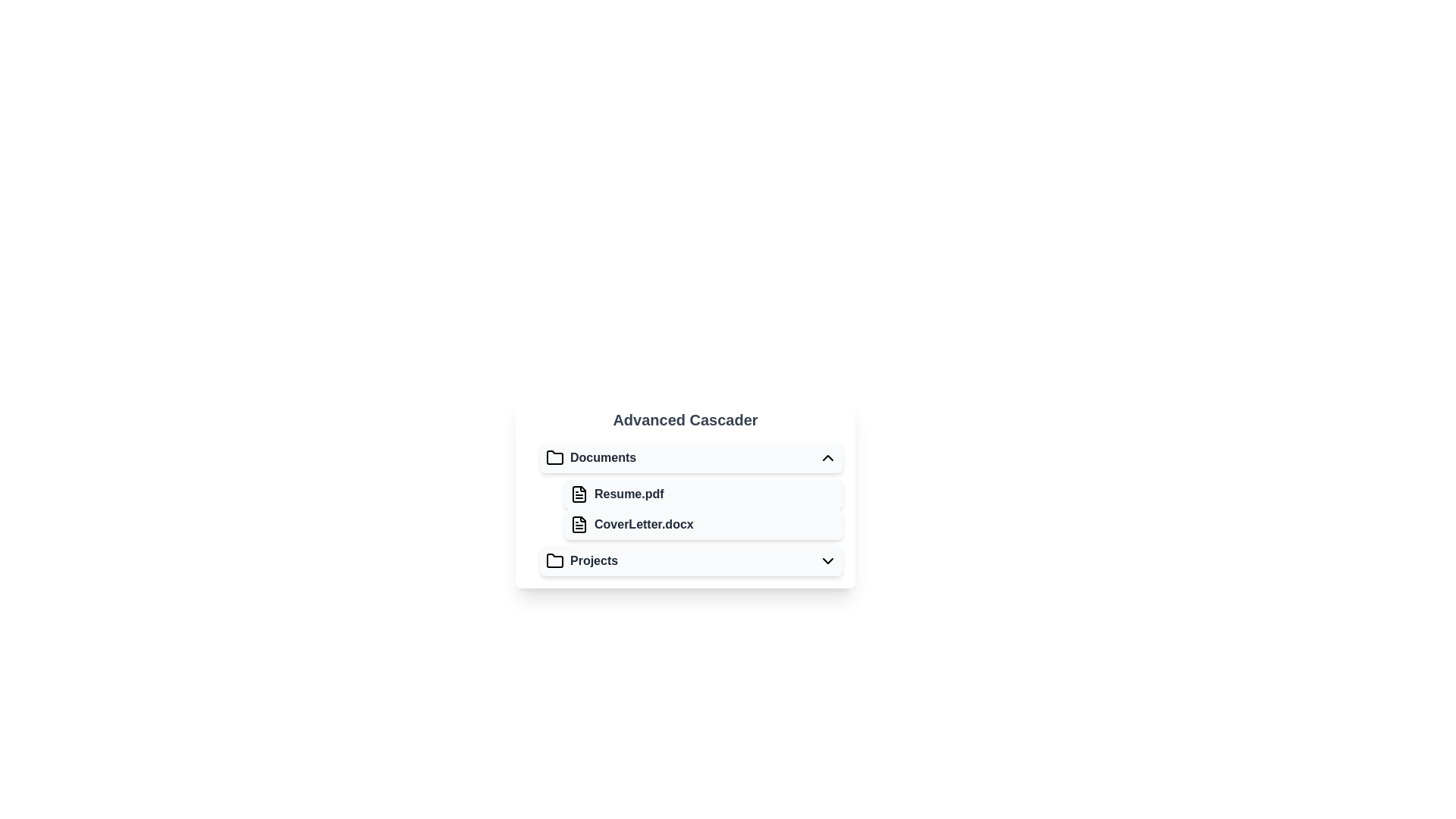 The width and height of the screenshot is (1456, 819). What do you see at coordinates (602, 457) in the screenshot?
I see `the label of the folder item in the cascader menu, which is located to the right of the folder icon` at bounding box center [602, 457].